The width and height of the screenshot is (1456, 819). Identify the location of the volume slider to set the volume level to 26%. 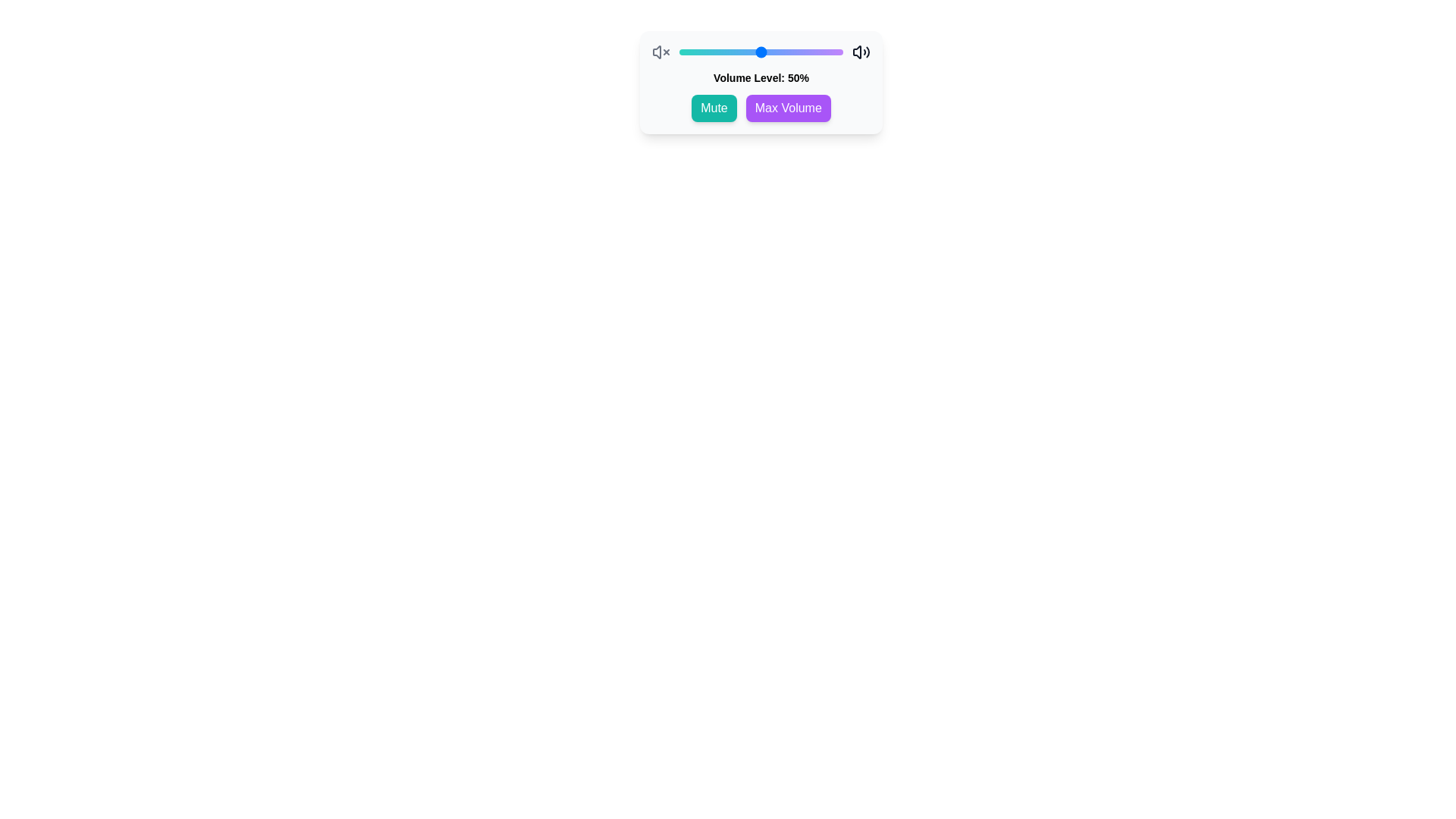
(721, 52).